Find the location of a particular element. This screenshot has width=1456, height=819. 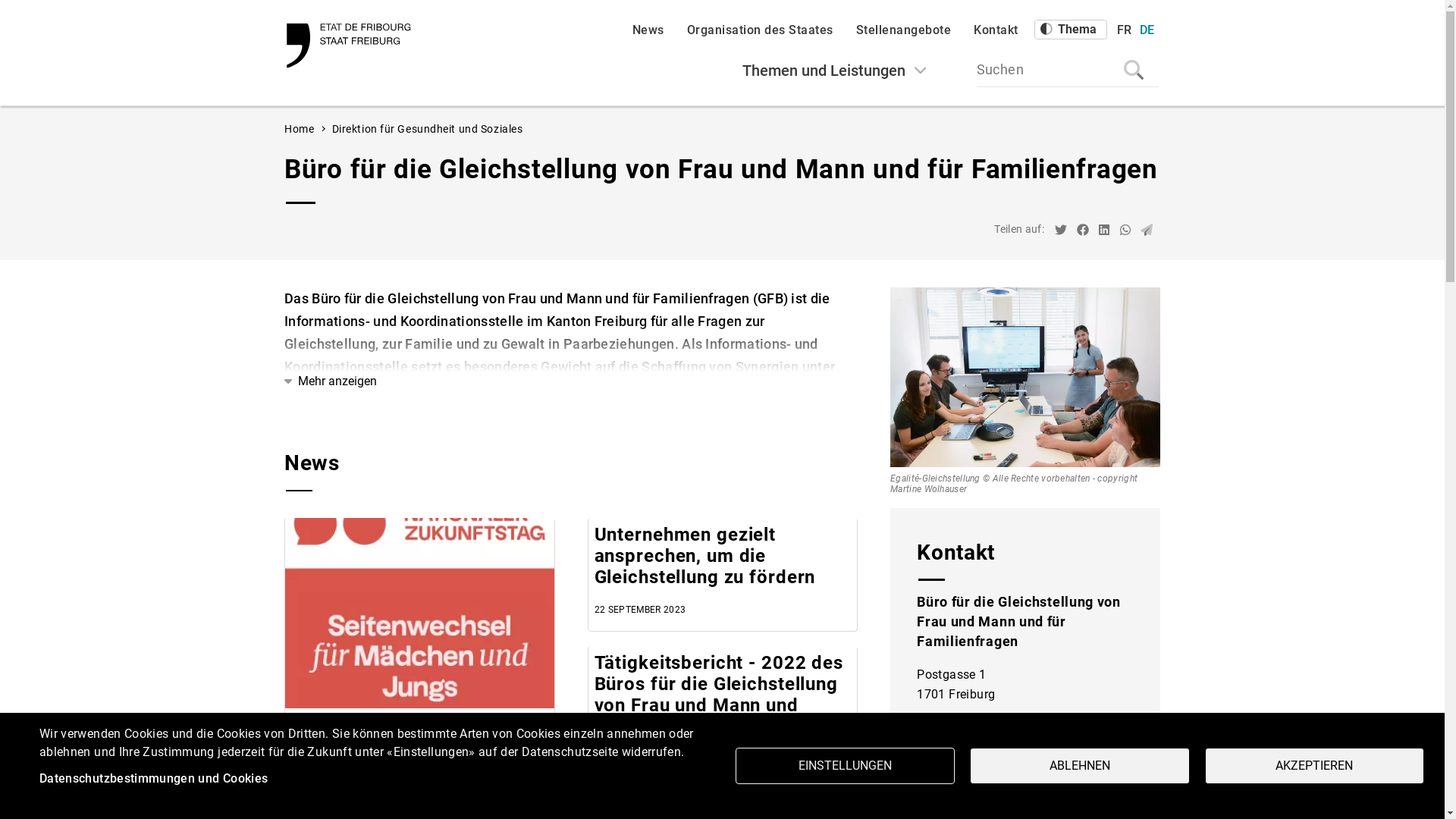

'Datenschutzbestimmungen und Cookies' is located at coordinates (153, 779).